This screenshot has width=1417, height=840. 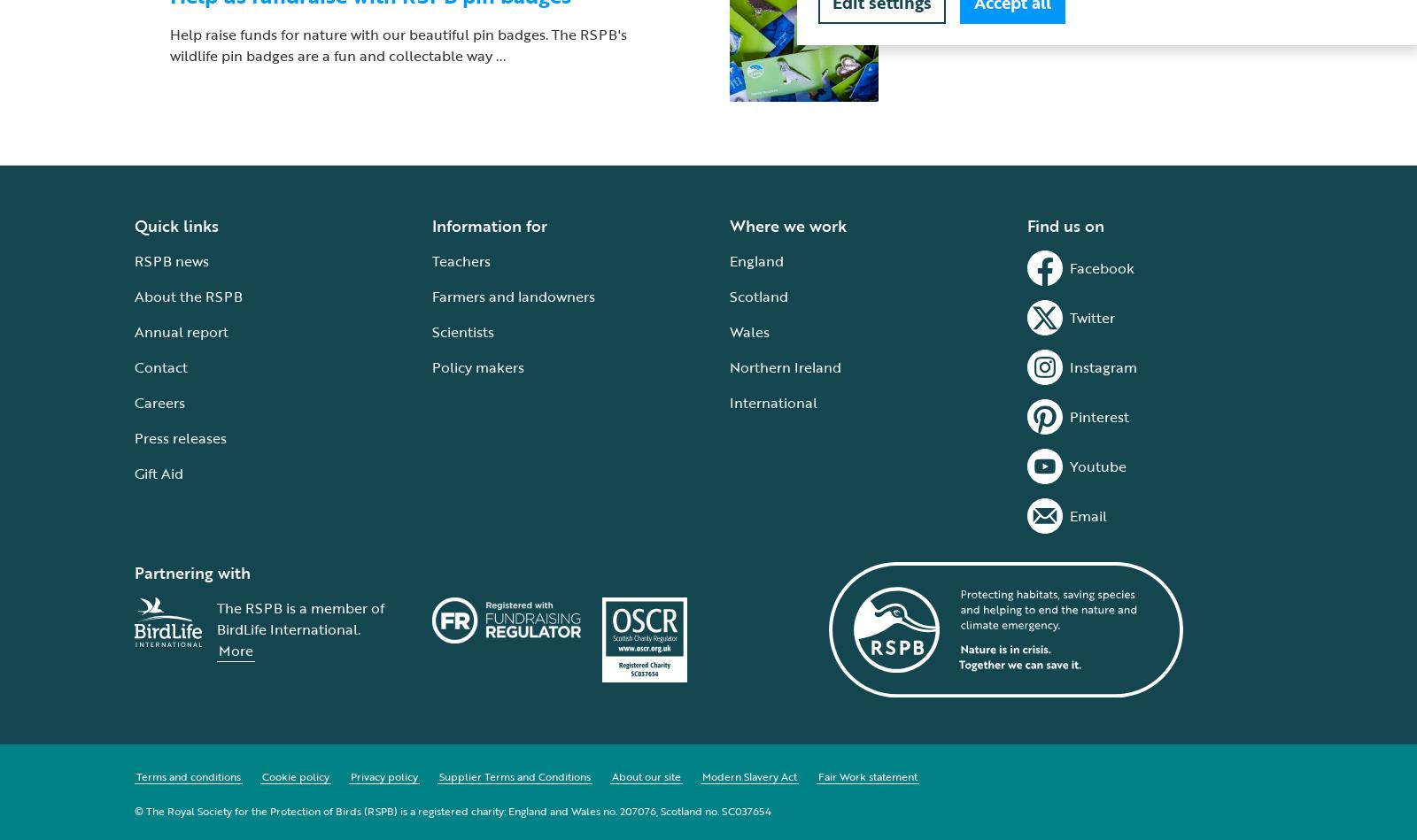 What do you see at coordinates (1097, 465) in the screenshot?
I see `'Youtube'` at bounding box center [1097, 465].